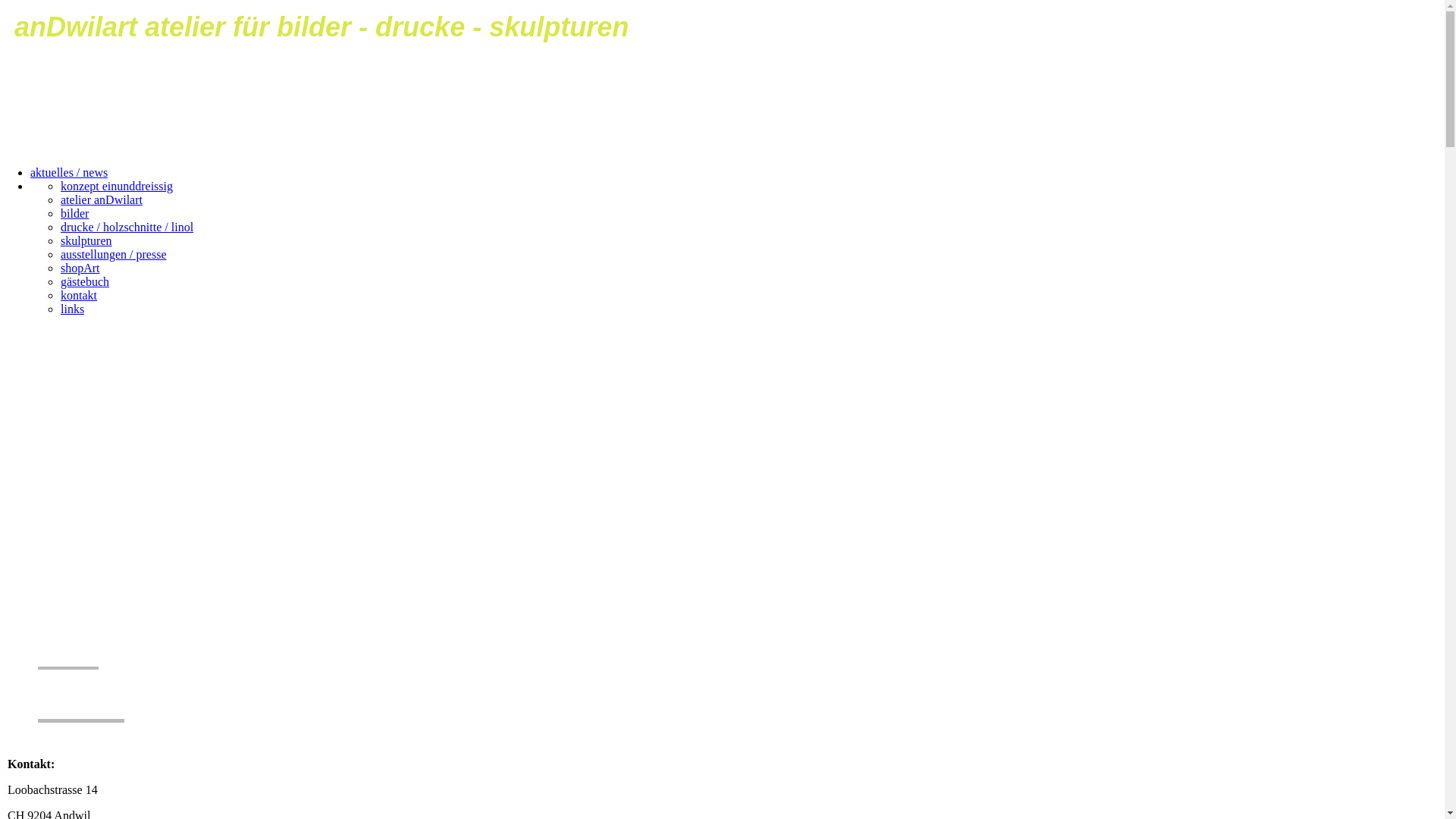  Describe the element at coordinates (79, 267) in the screenshot. I see `'shopArt'` at that location.